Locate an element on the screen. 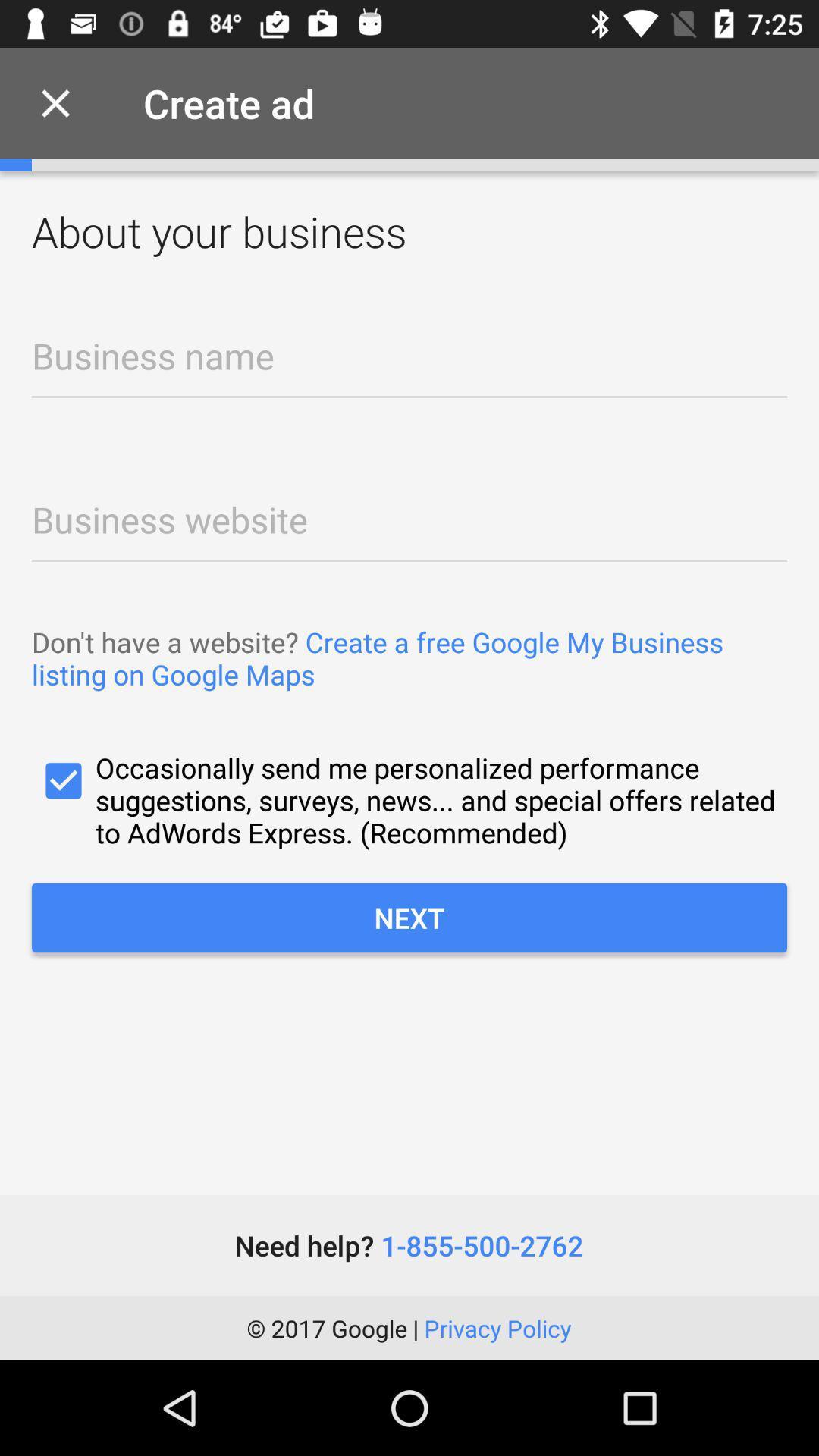 This screenshot has height=1456, width=819. business website input field is located at coordinates (409, 515).